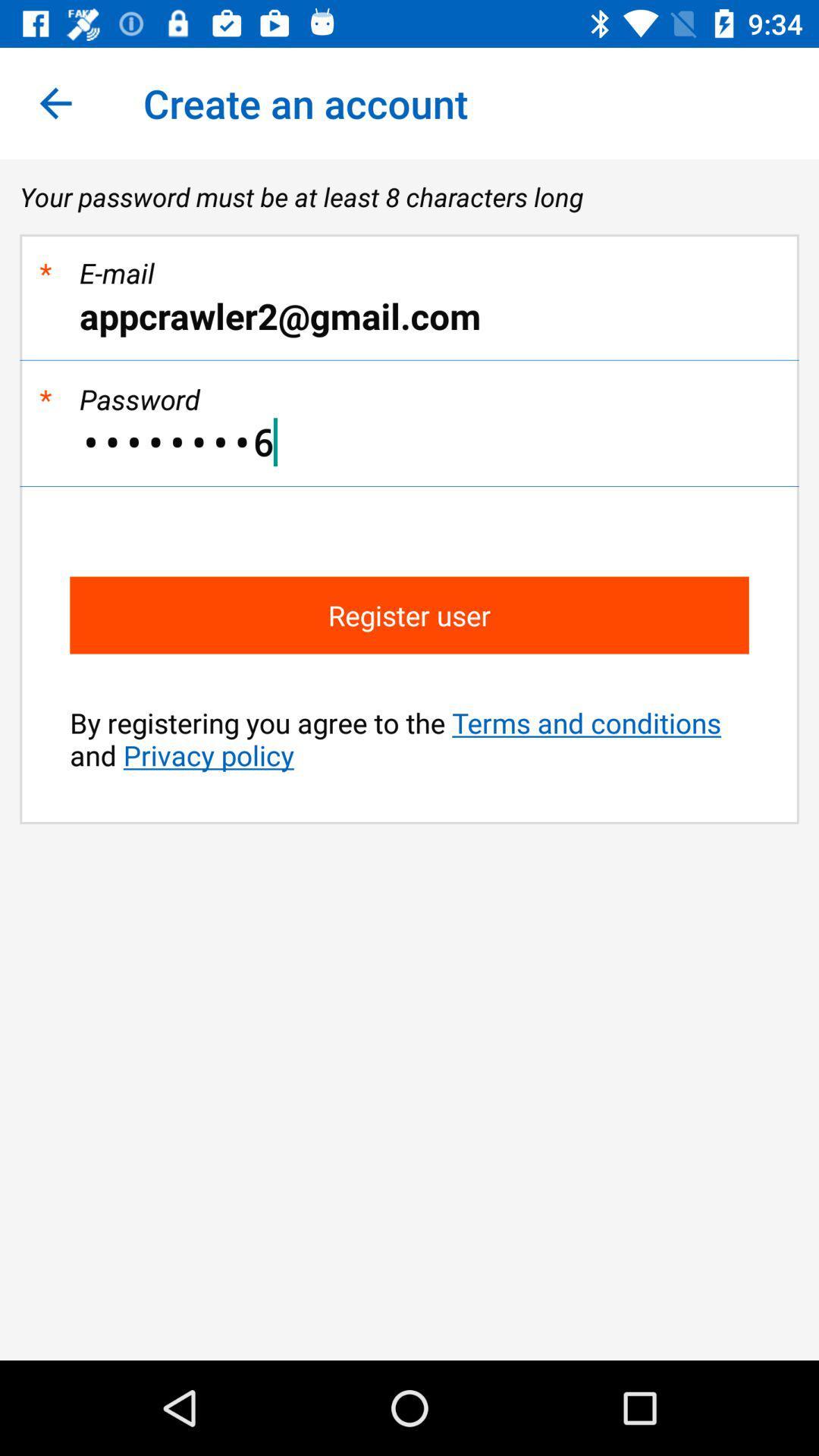 This screenshot has width=819, height=1456. I want to click on by registering you item, so click(409, 739).